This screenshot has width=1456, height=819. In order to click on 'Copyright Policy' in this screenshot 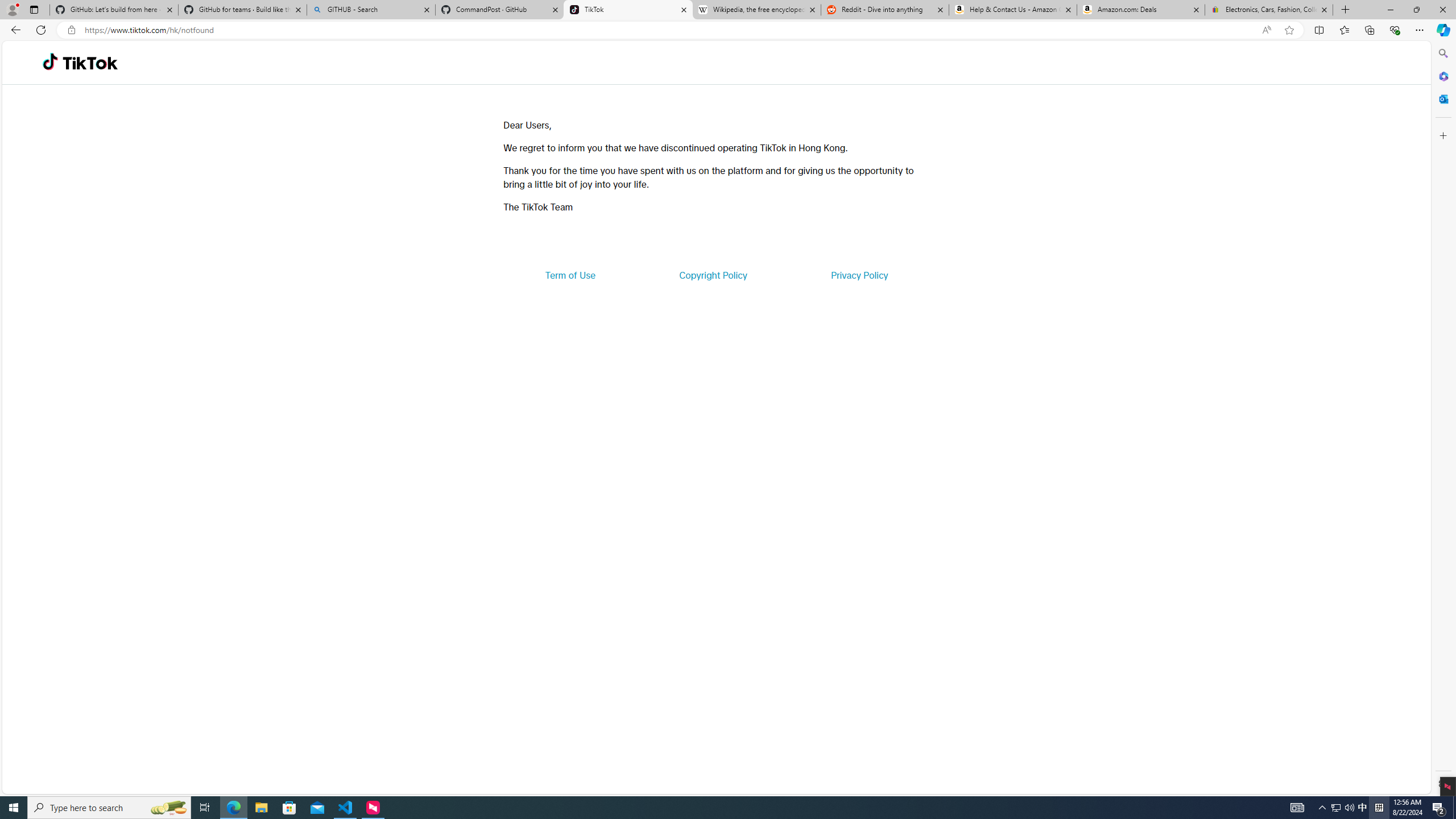, I will do `click(712, 274)`.